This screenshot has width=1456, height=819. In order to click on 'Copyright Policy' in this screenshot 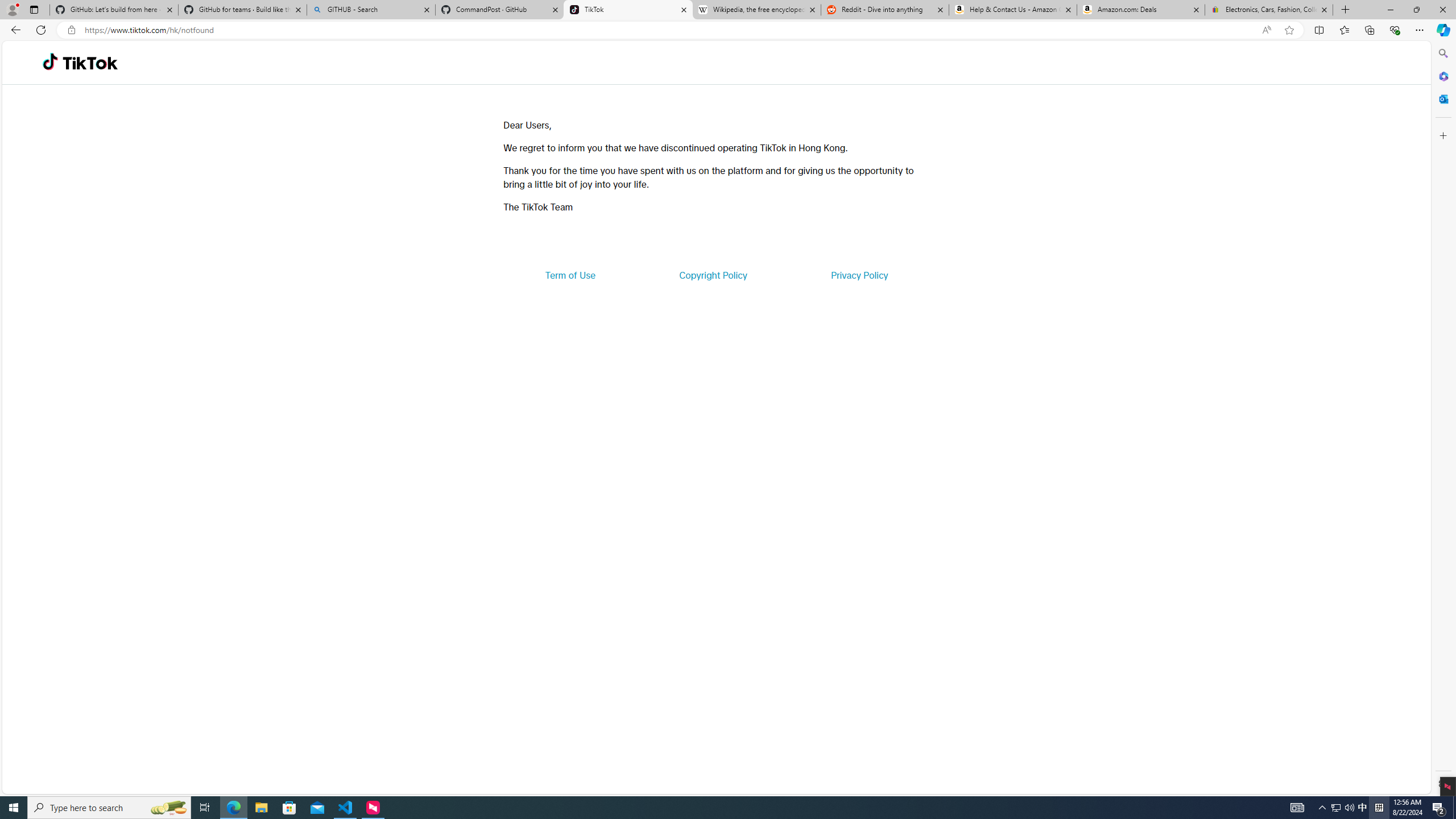, I will do `click(712, 274)`.